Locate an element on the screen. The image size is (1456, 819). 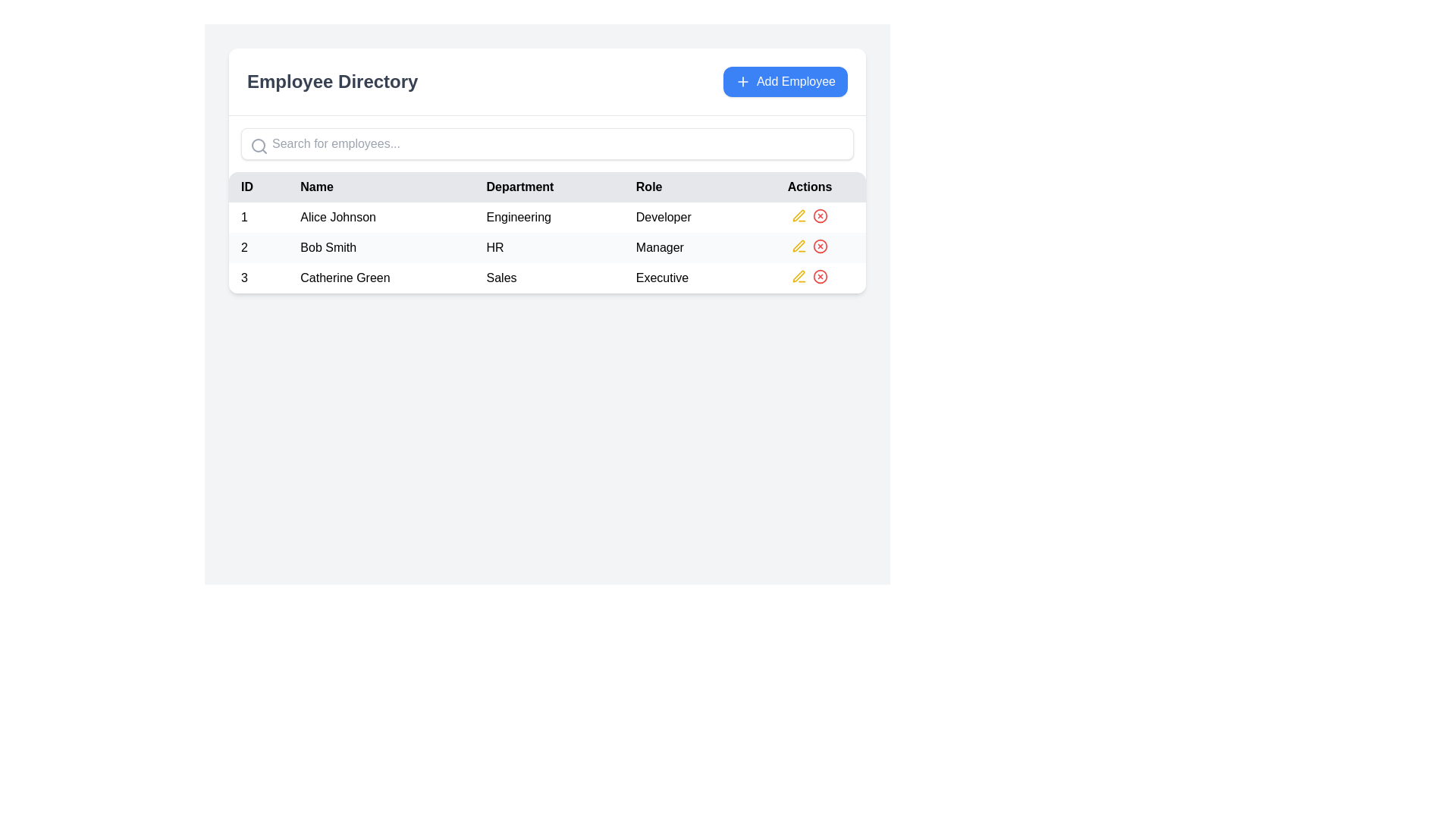
the delete icon button located in the 'Actions' column of the third row is located at coordinates (819, 277).